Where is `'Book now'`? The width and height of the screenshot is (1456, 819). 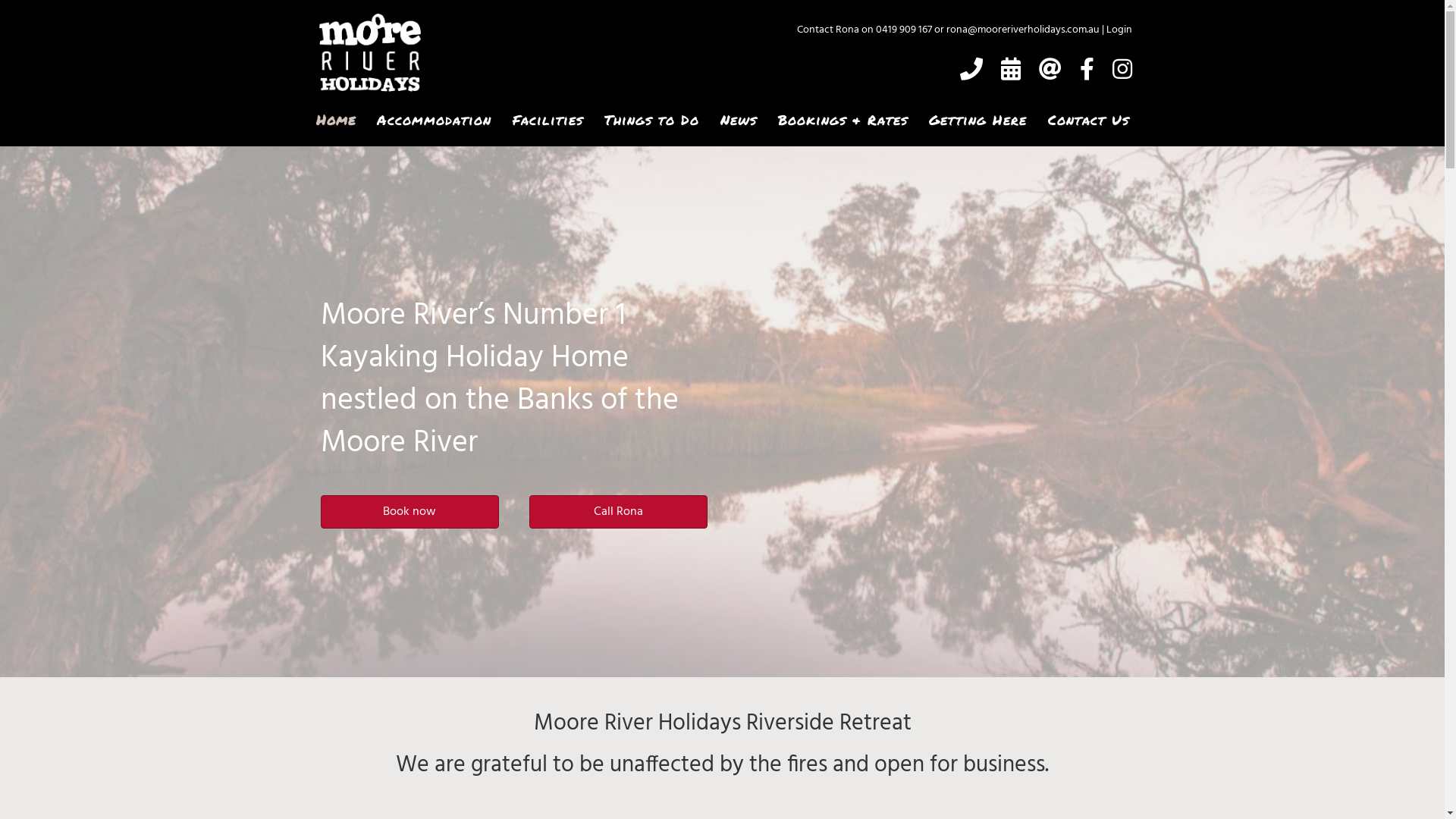
'Book now' is located at coordinates (319, 512).